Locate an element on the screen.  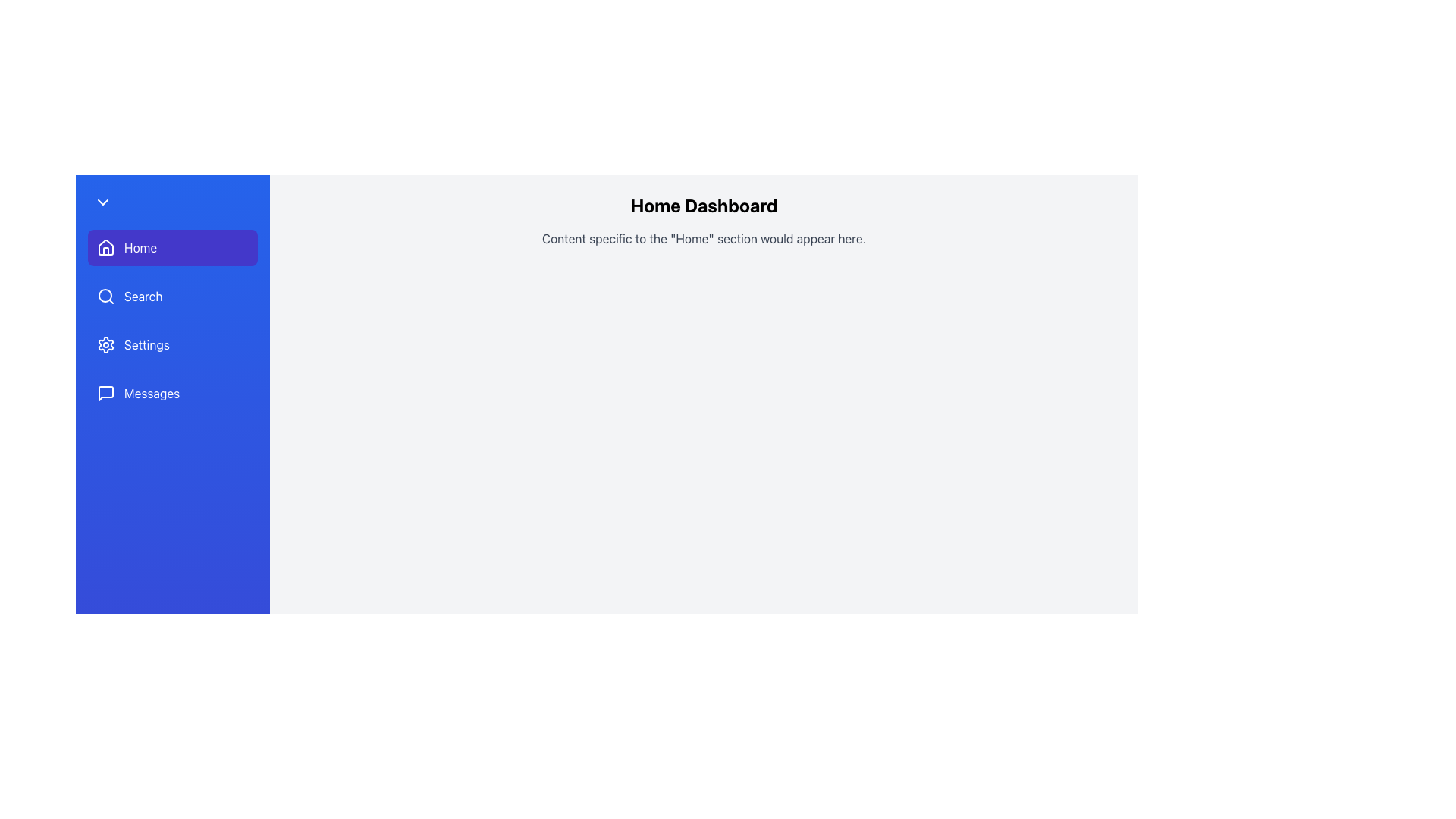
the search icon located in the navigation bar, which is the first element inside the 'Search' button, positioned below the 'Home' button and above the 'Settings' button is located at coordinates (105, 296).